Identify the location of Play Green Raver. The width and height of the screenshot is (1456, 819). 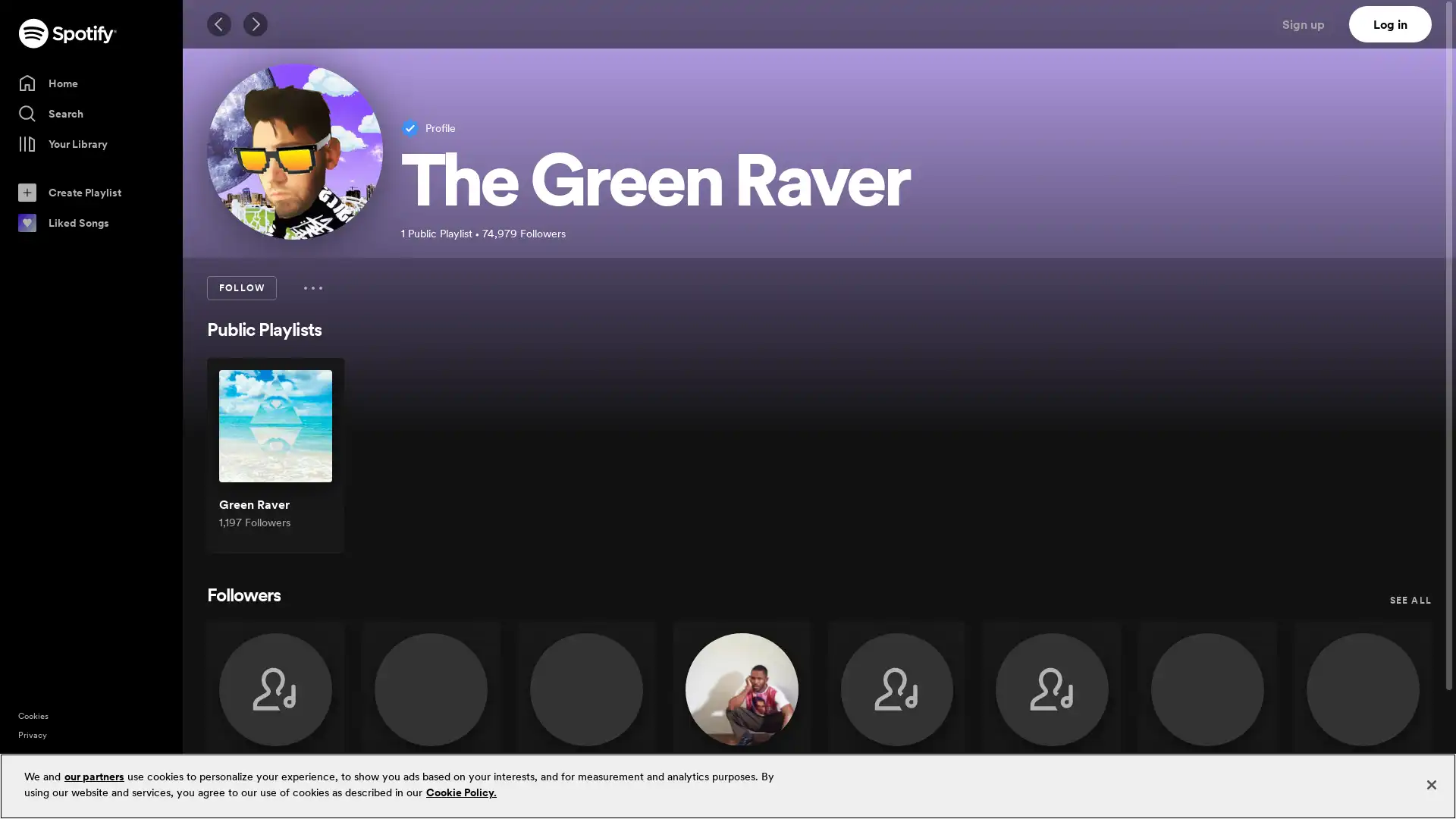
(306, 463).